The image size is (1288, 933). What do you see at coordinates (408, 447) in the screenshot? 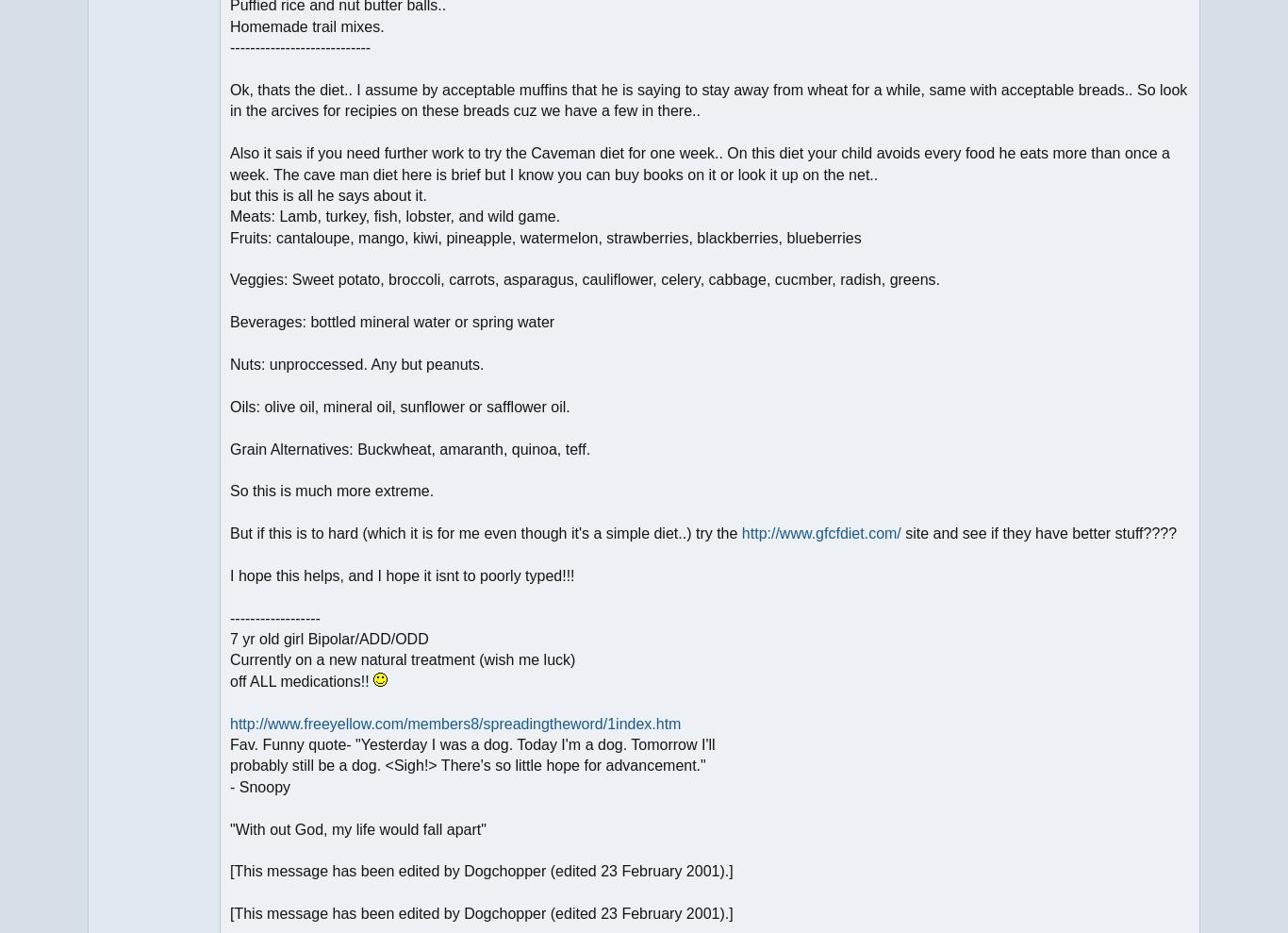
I see `'Grain Alternatives: Buckwheat, amaranth, quinoa, teff.'` at bounding box center [408, 447].